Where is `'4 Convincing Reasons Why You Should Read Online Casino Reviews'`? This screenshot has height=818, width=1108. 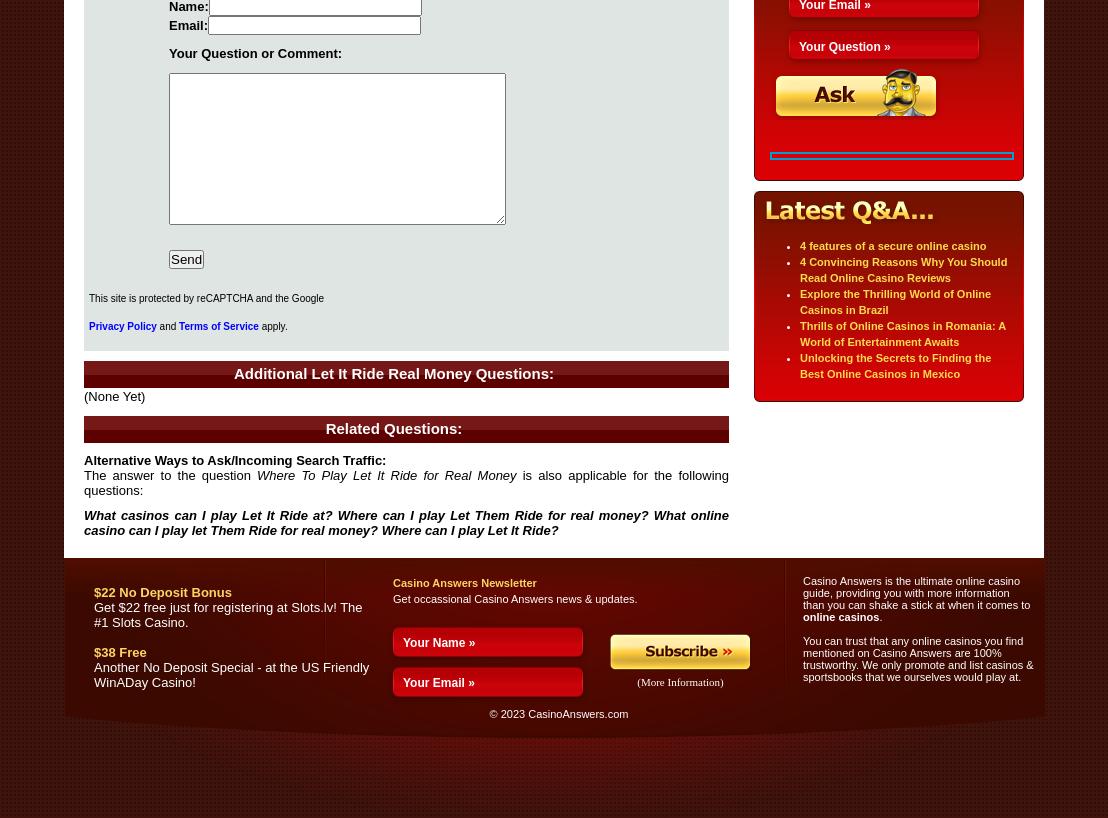
'4 Convincing Reasons Why You Should Read Online Casino Reviews' is located at coordinates (902, 270).